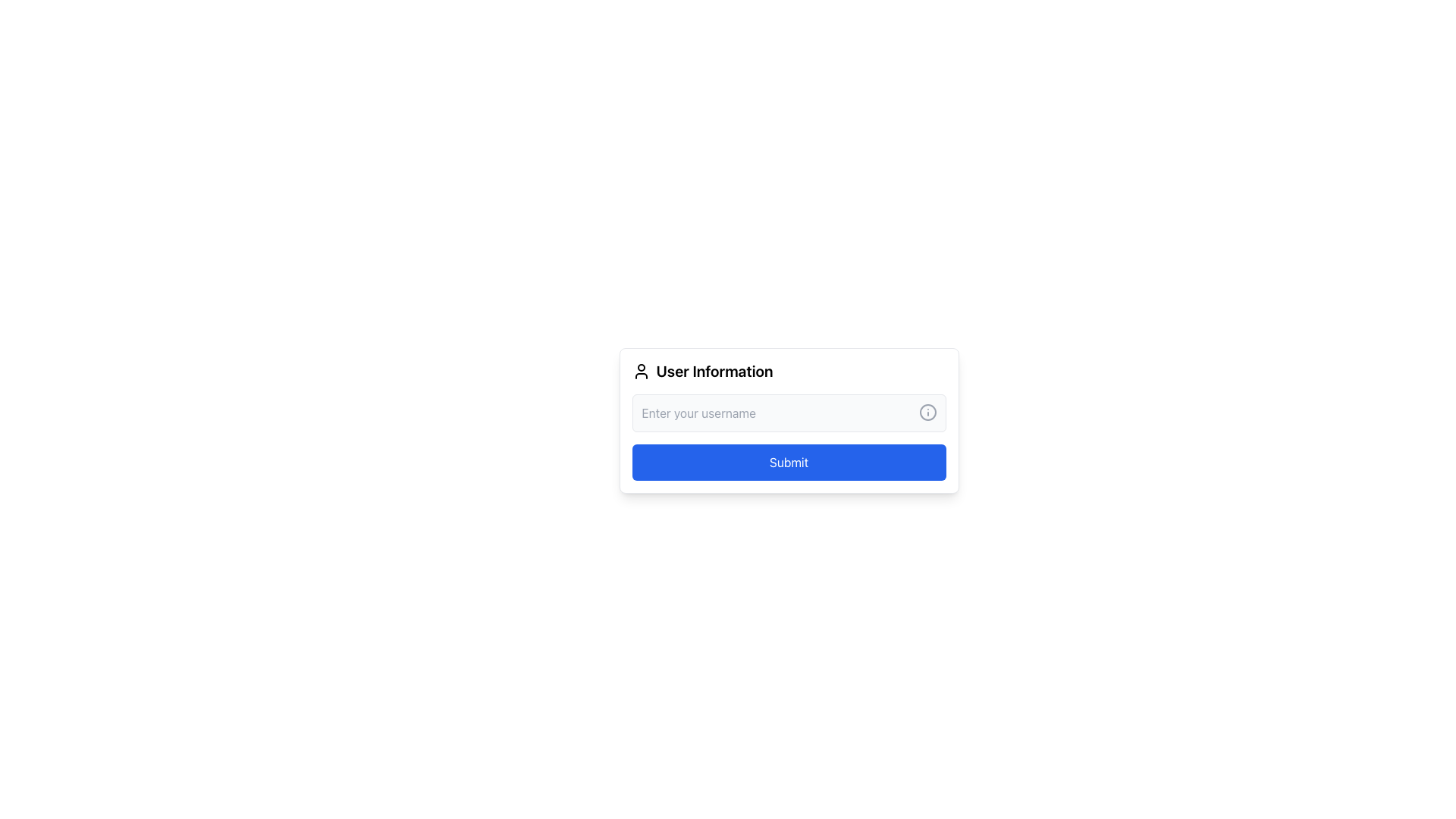  I want to click on the title text element located in the upper left portion of the card containing the form, positioned to the right of the icon, so click(714, 371).